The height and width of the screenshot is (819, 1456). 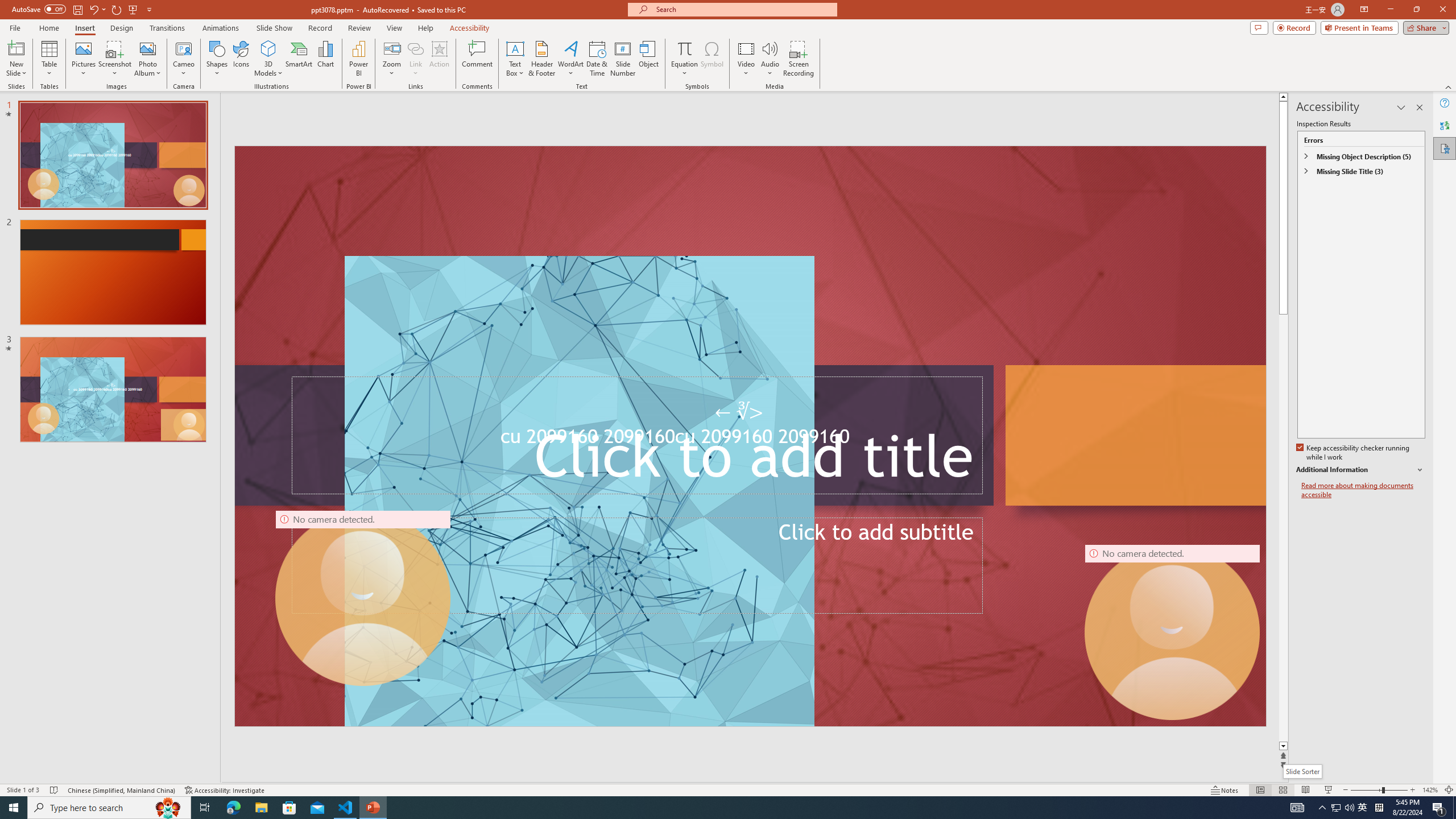 What do you see at coordinates (48, 28) in the screenshot?
I see `'Home'` at bounding box center [48, 28].